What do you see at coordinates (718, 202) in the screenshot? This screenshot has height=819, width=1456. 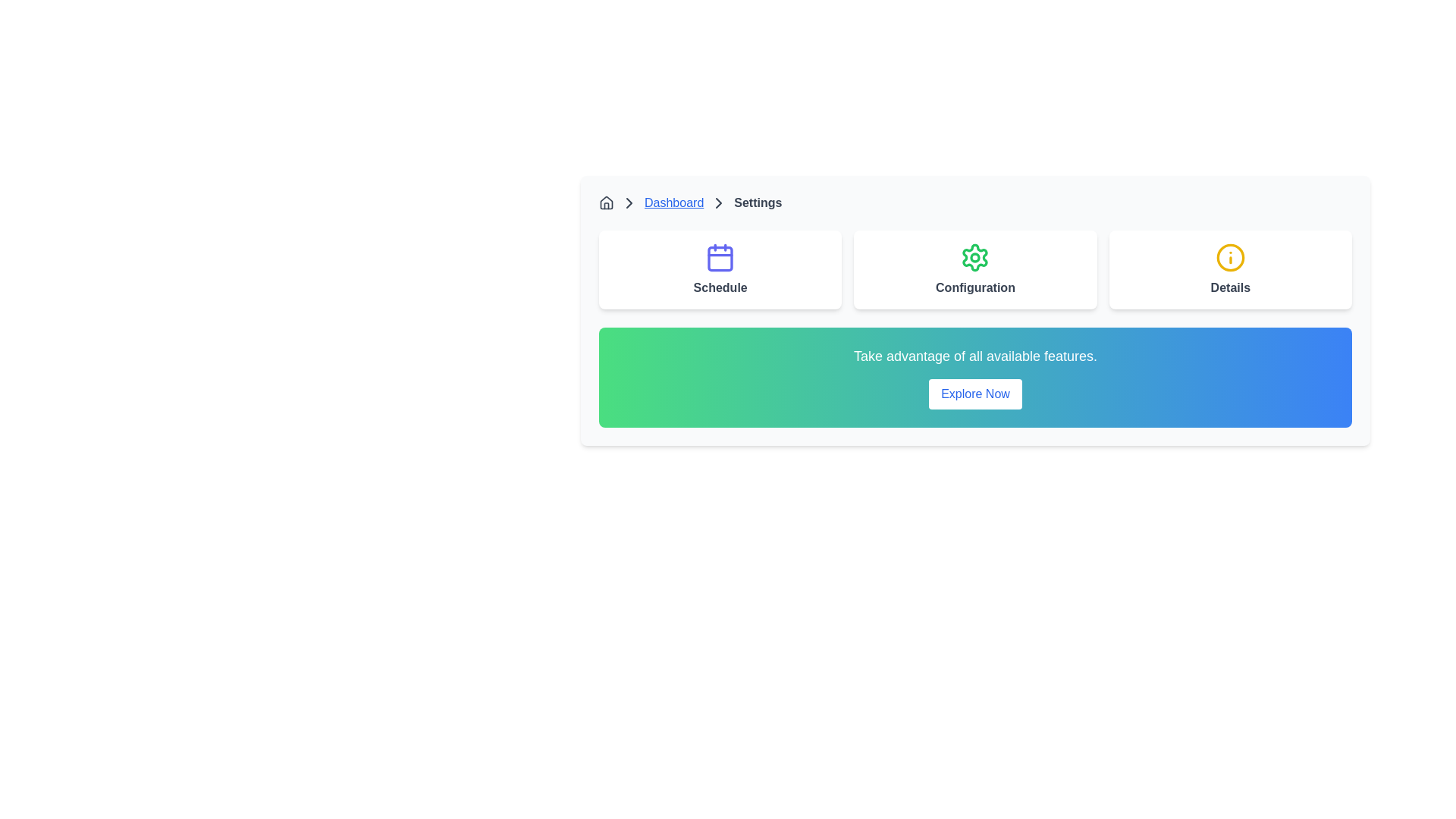 I see `the 'Settings' icon in the top navigation bar, which indicates access to the settings menu and is positioned next to the 'Dashboard' and 'Settings' text items` at bounding box center [718, 202].